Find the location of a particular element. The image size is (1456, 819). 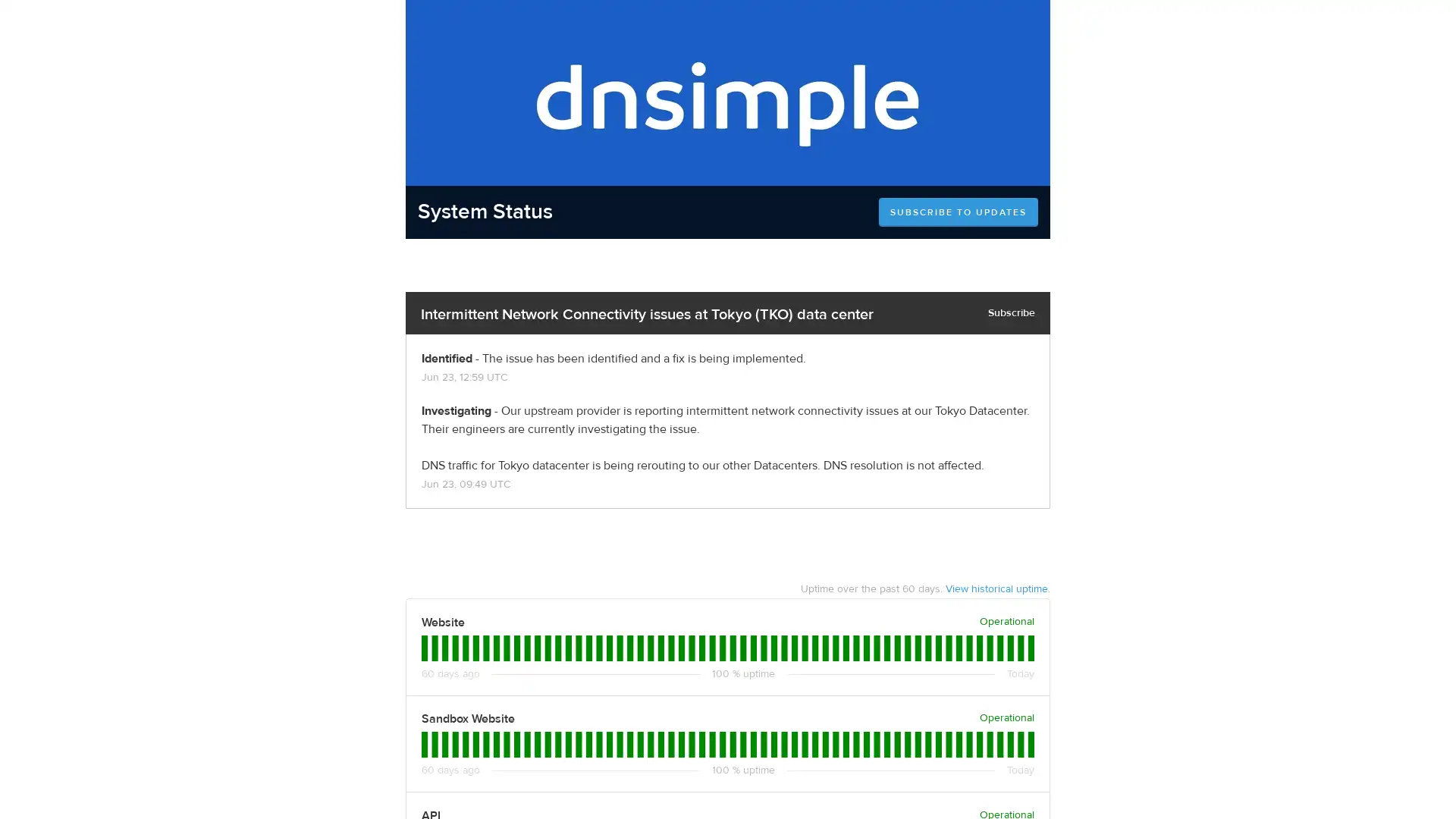

Subscribe is located at coordinates (1012, 312).